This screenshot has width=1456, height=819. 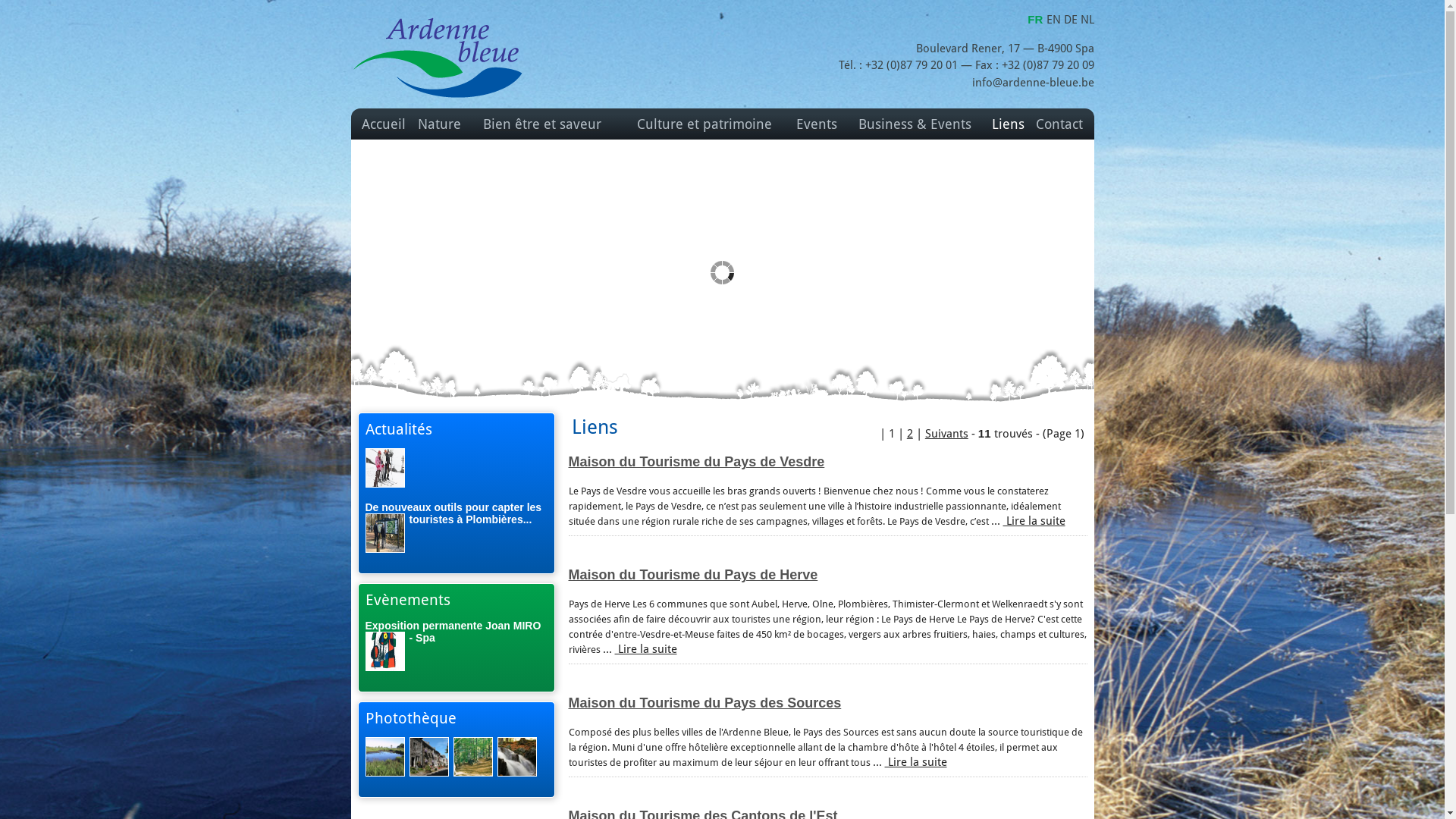 What do you see at coordinates (704, 124) in the screenshot?
I see `'Culture et patrimoine'` at bounding box center [704, 124].